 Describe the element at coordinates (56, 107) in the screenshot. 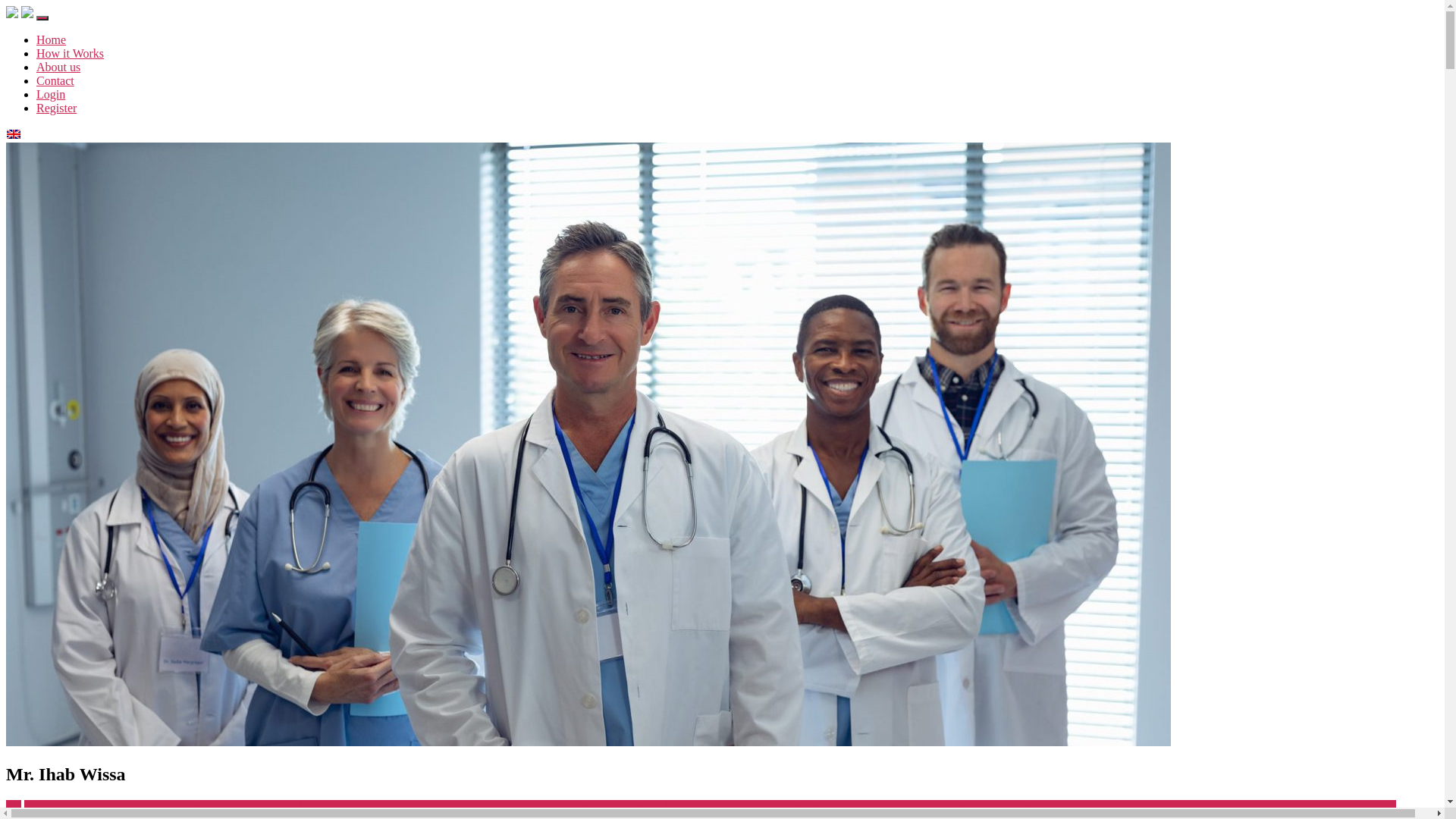

I see `'Register'` at that location.